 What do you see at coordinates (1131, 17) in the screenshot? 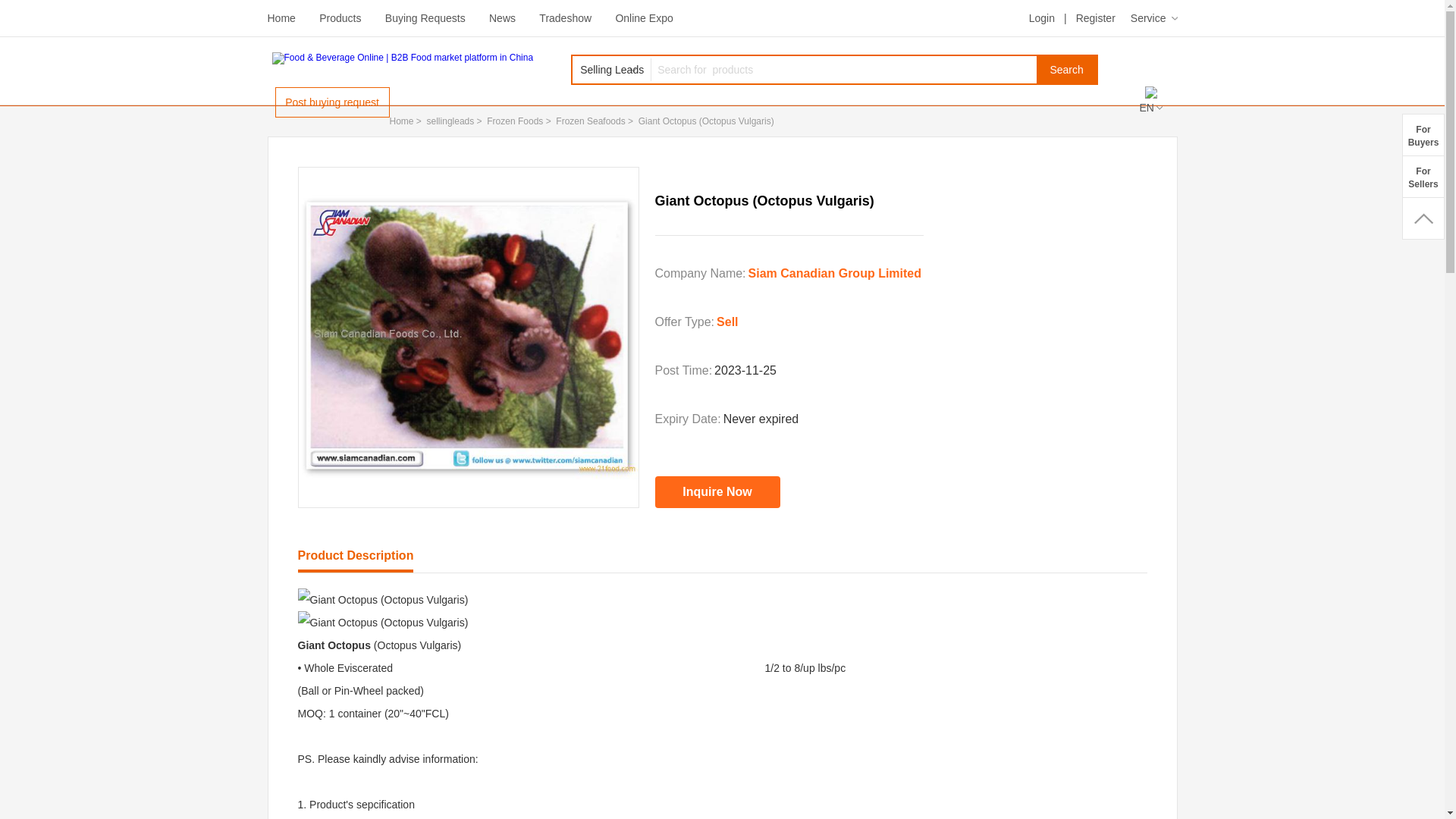
I see `'Service'` at bounding box center [1131, 17].